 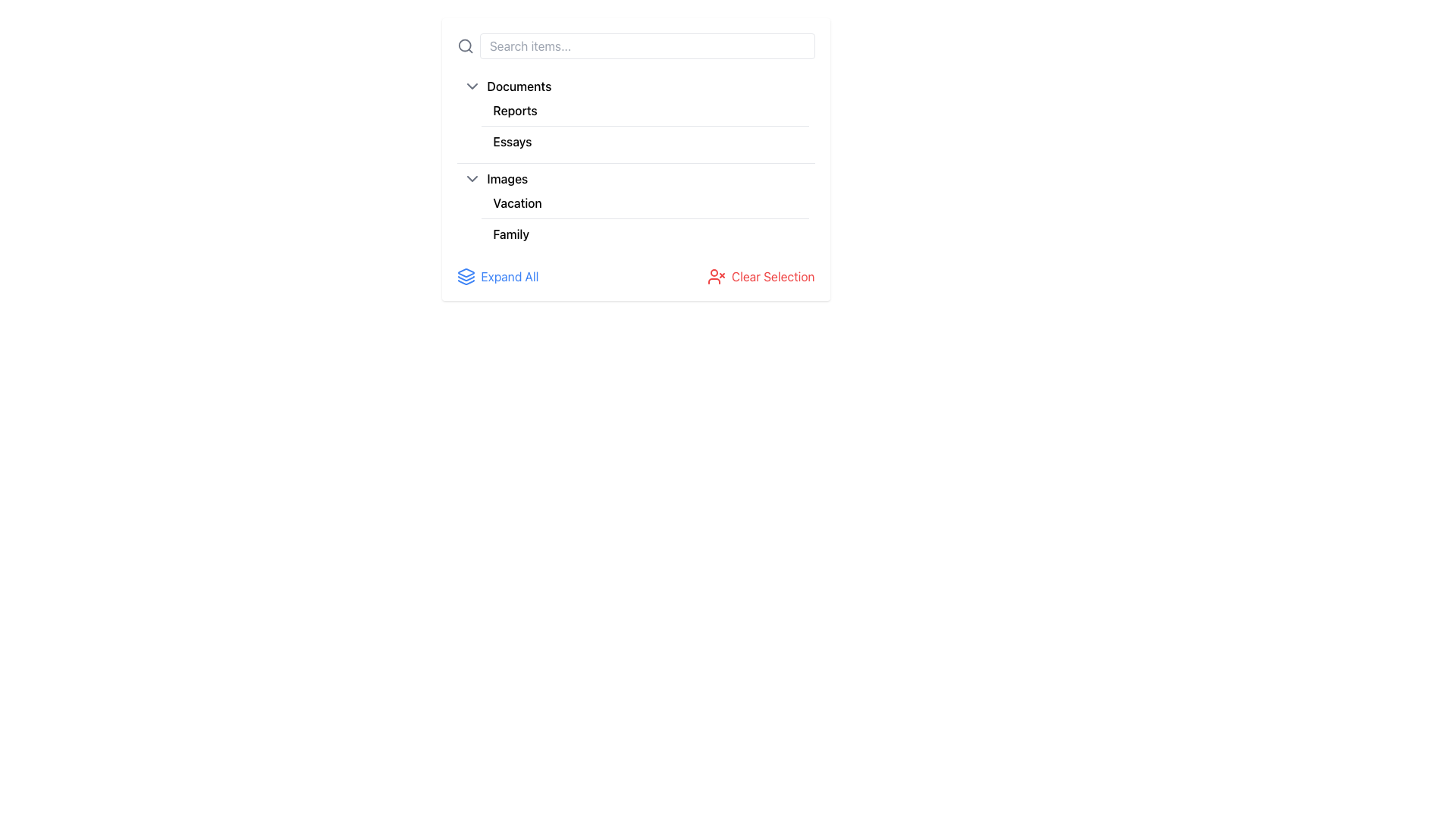 I want to click on the 'Expand All' or 'Clear Selection' buttons within the composite control for tooltip or visual feedback, so click(x=635, y=277).